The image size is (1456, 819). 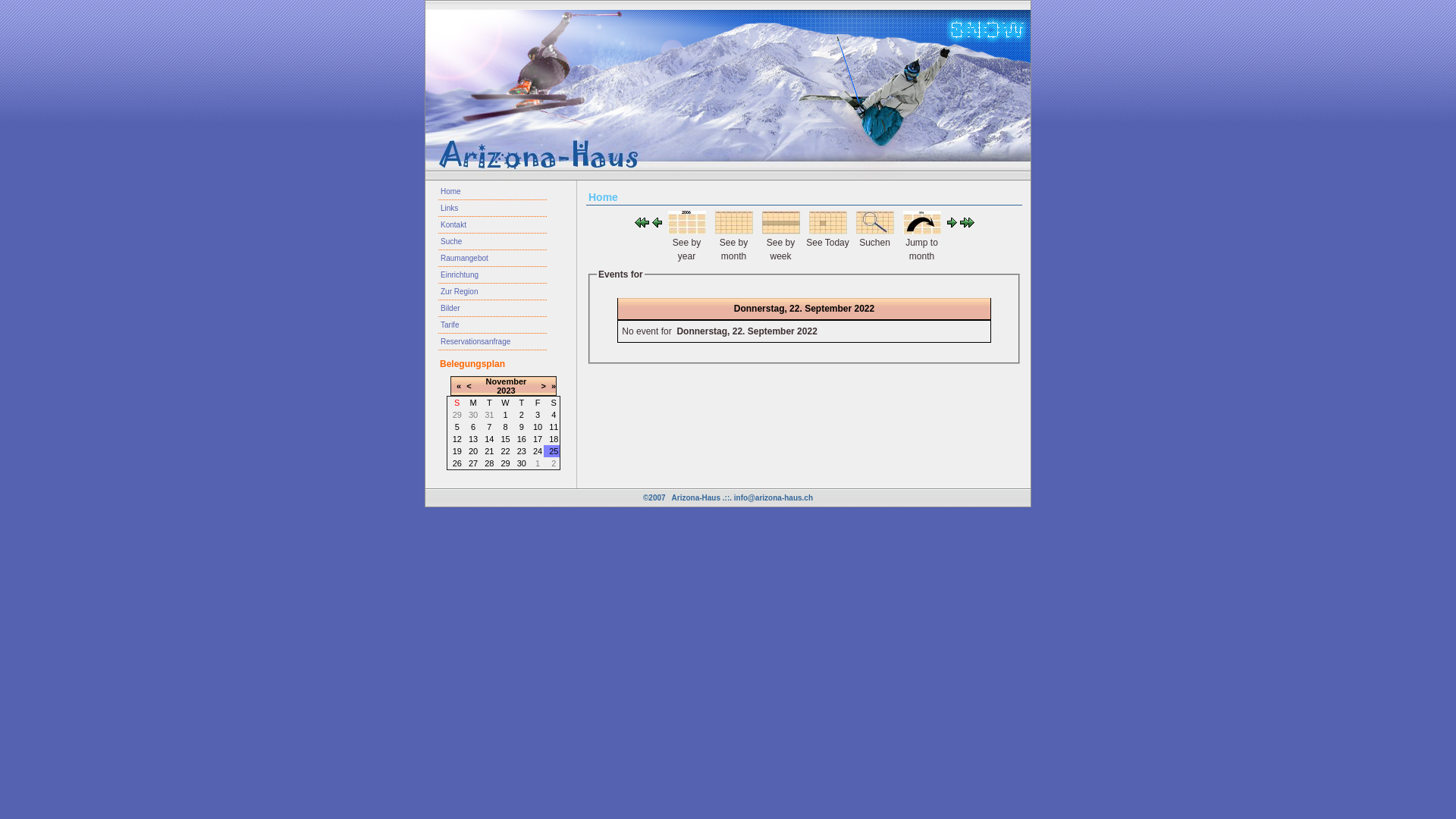 What do you see at coordinates (966, 224) in the screenshot?
I see `'Next month'` at bounding box center [966, 224].